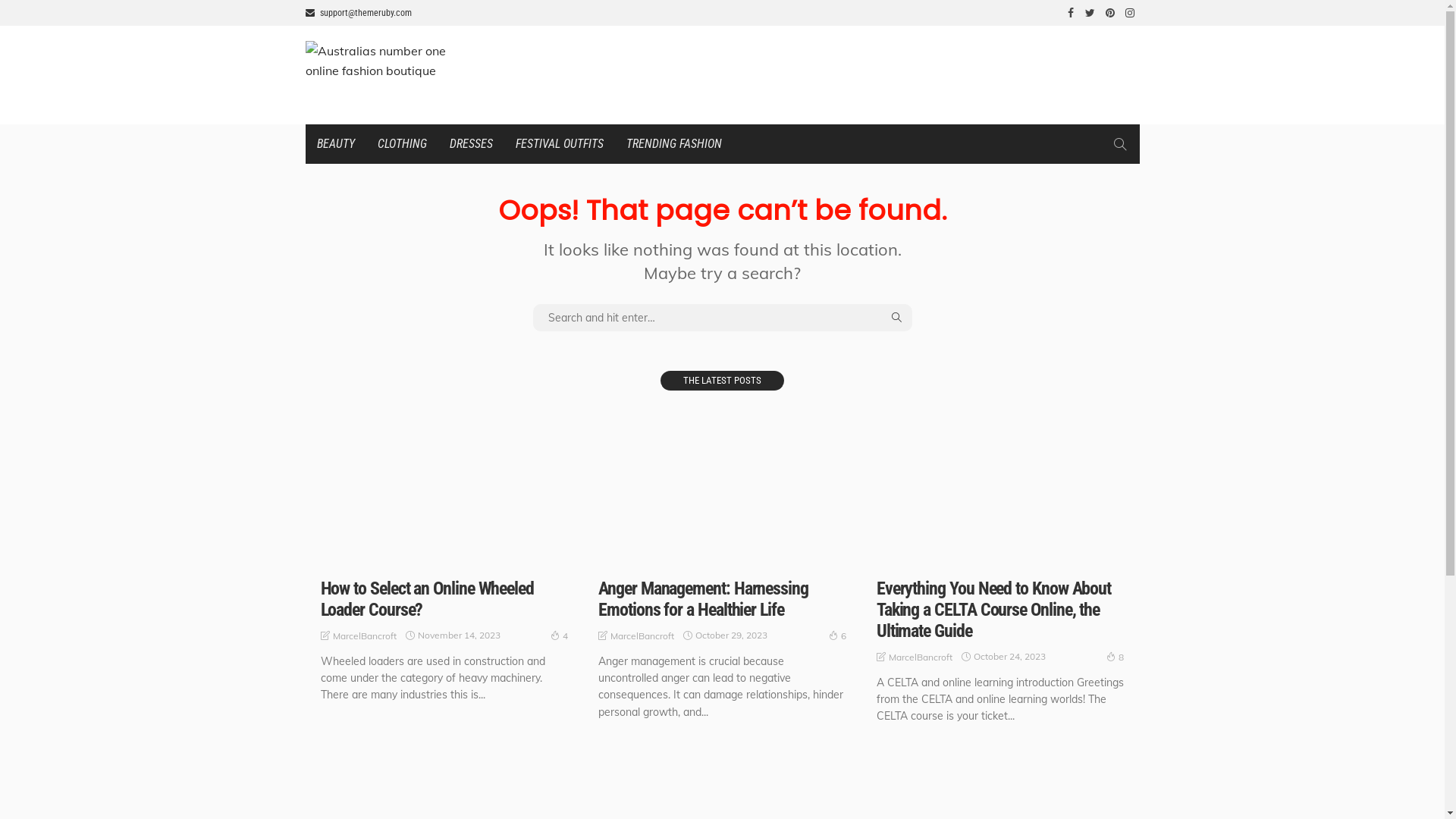 This screenshot has width=1456, height=819. What do you see at coordinates (1069, 12) in the screenshot?
I see `'facebook'` at bounding box center [1069, 12].